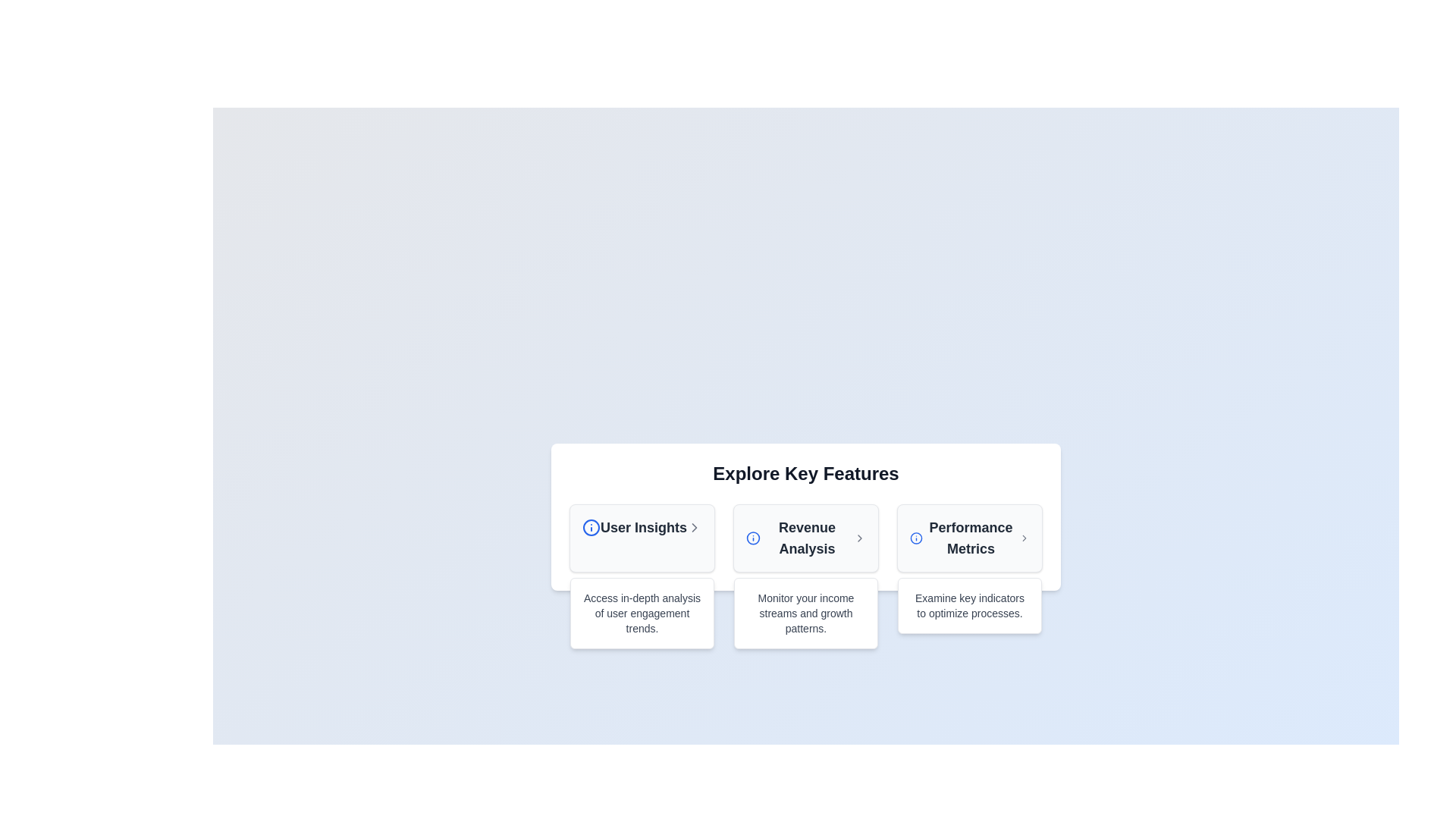 The width and height of the screenshot is (1456, 819). Describe the element at coordinates (915, 537) in the screenshot. I see `the blue 'Info' icon located in the 'Performance Metrics' section at the top-right corner of the header area, which is positioned to the left of the group title 'Performance Metrics'` at that location.